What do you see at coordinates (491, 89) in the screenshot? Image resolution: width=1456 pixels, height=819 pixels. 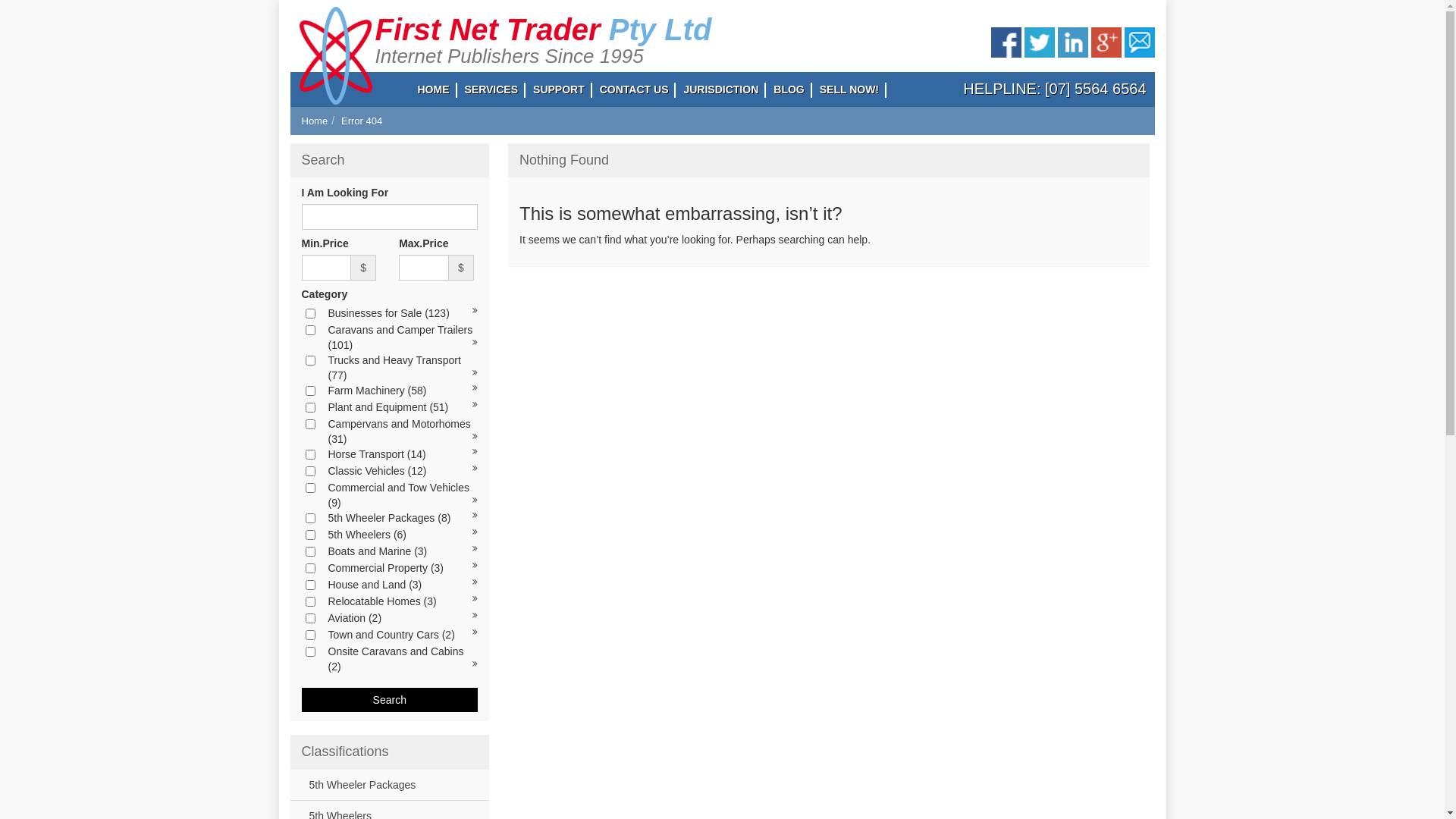 I see `'SERVICES'` at bounding box center [491, 89].